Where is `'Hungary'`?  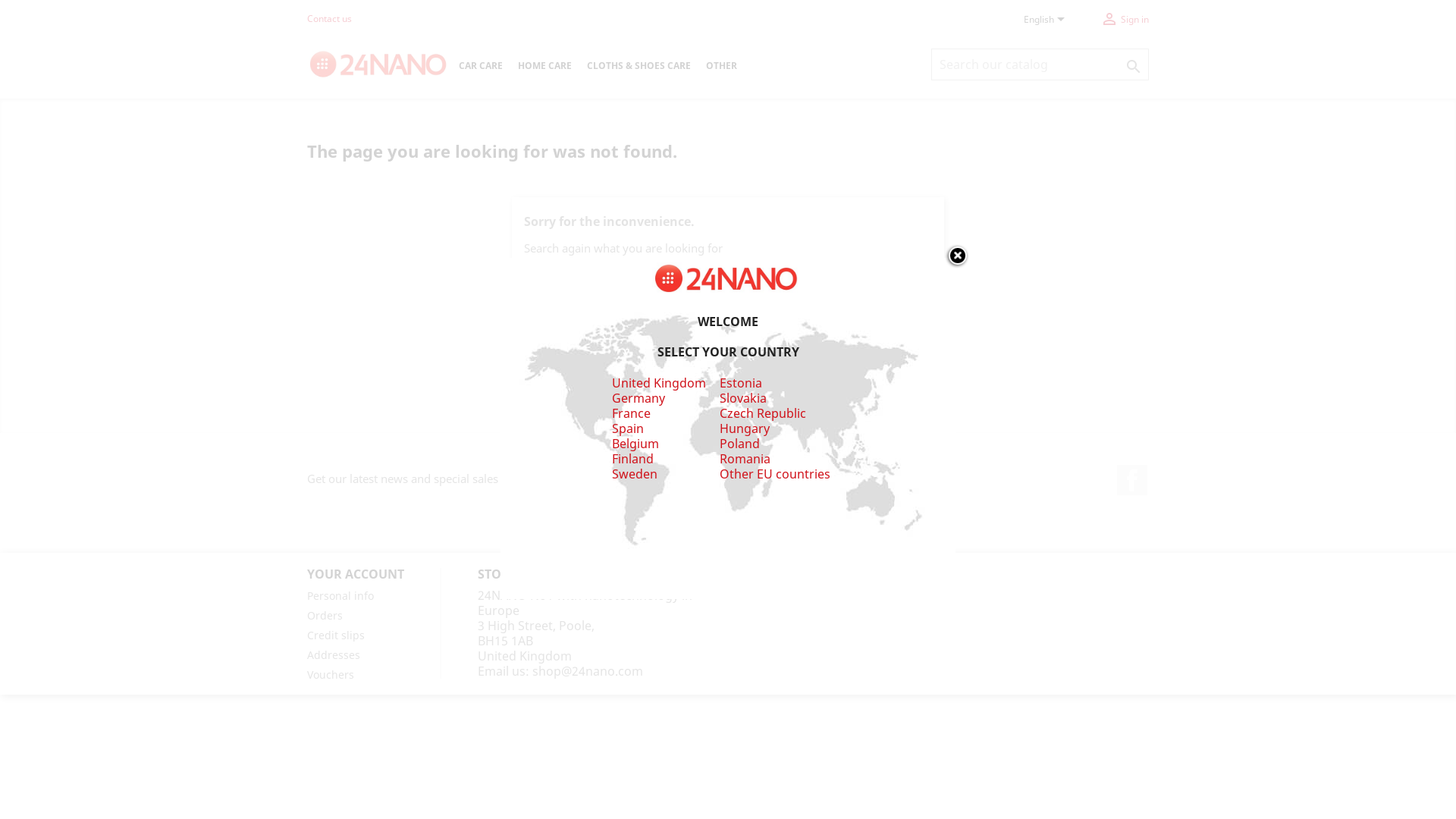 'Hungary' is located at coordinates (745, 428).